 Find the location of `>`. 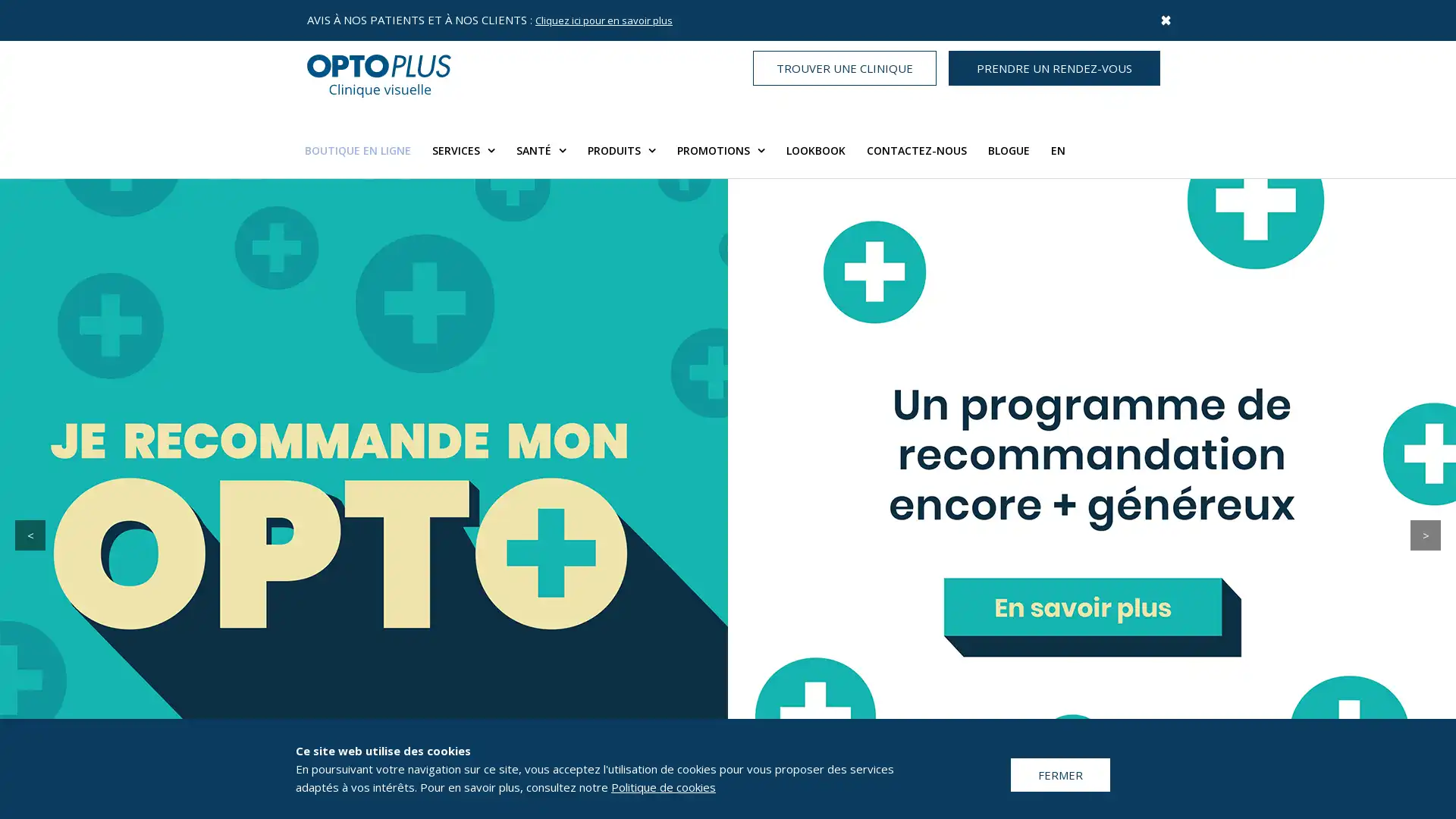

> is located at coordinates (1425, 534).